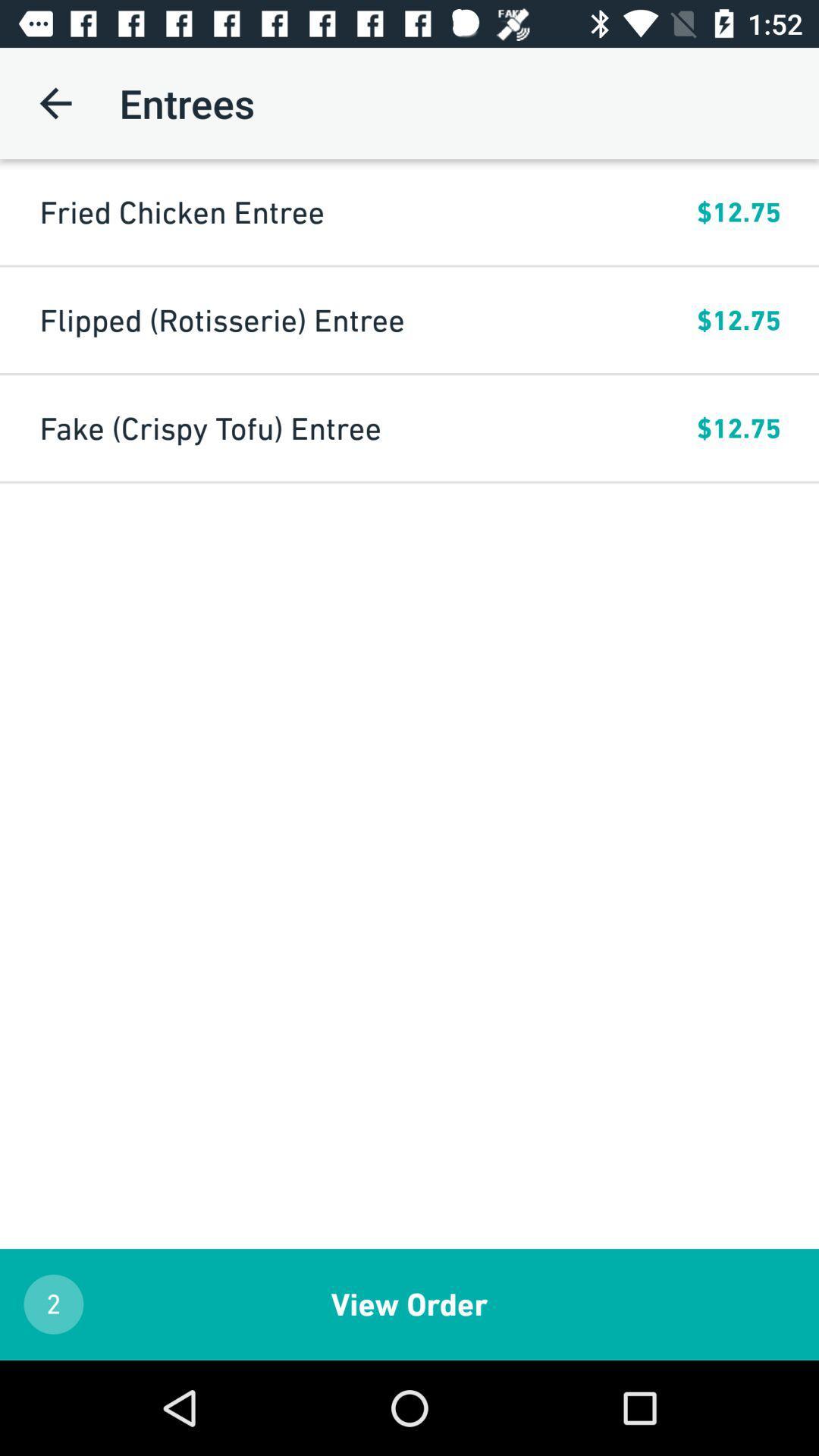 The image size is (819, 1456). I want to click on icon above the fried chicken entree icon, so click(55, 102).